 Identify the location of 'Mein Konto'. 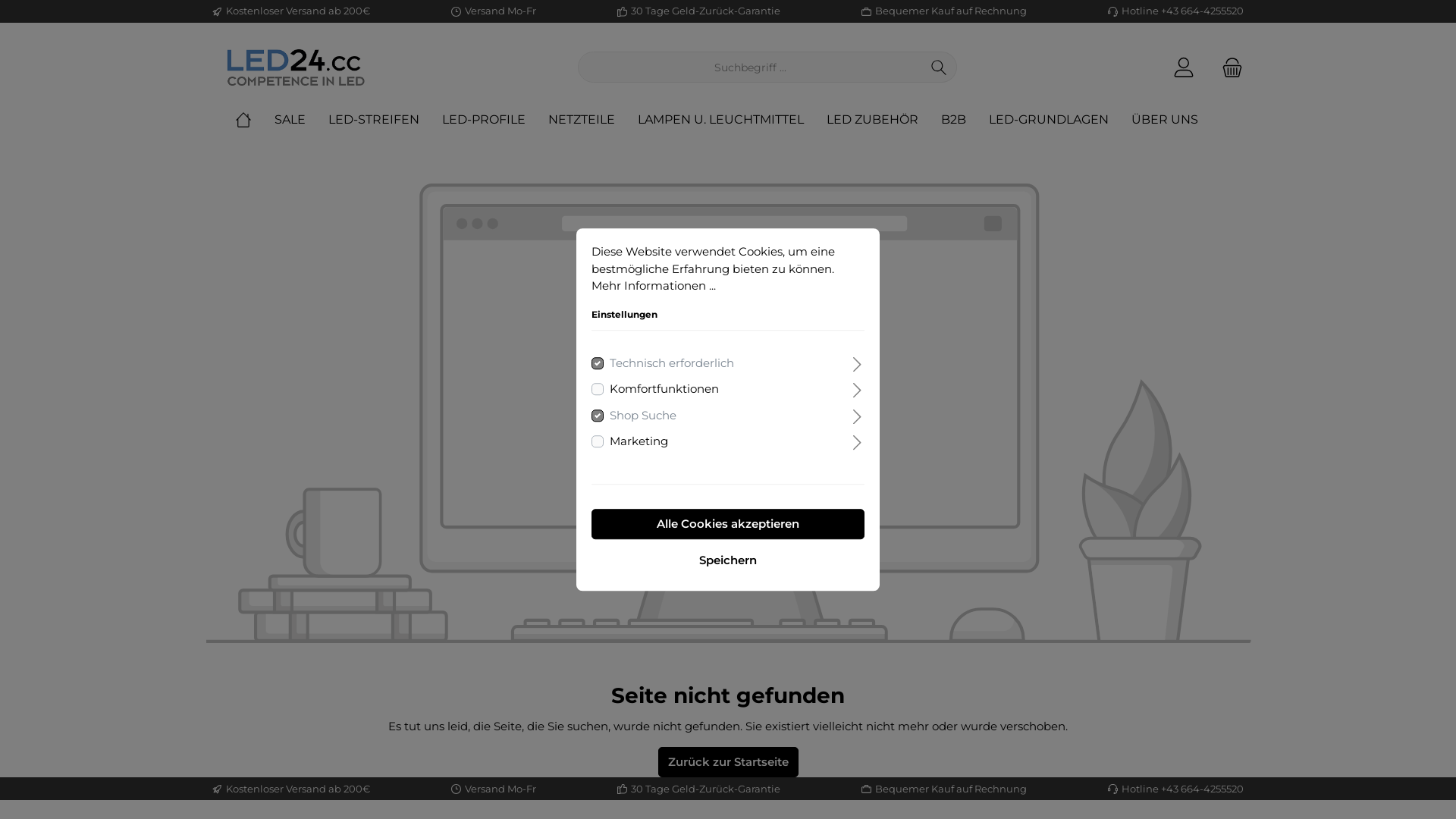
(1163, 66).